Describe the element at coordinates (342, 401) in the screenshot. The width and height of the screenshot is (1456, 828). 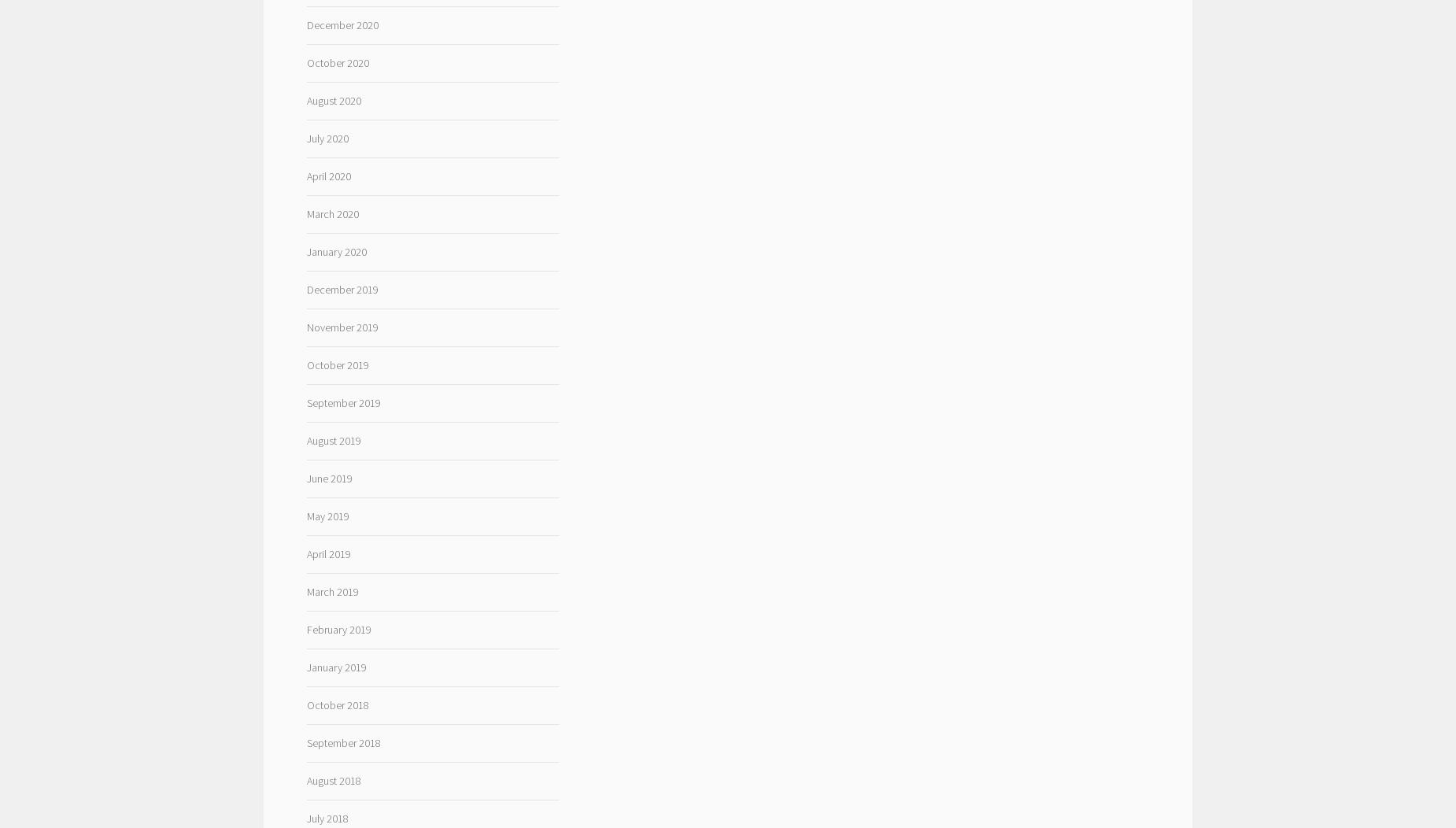
I see `'September 2019'` at that location.